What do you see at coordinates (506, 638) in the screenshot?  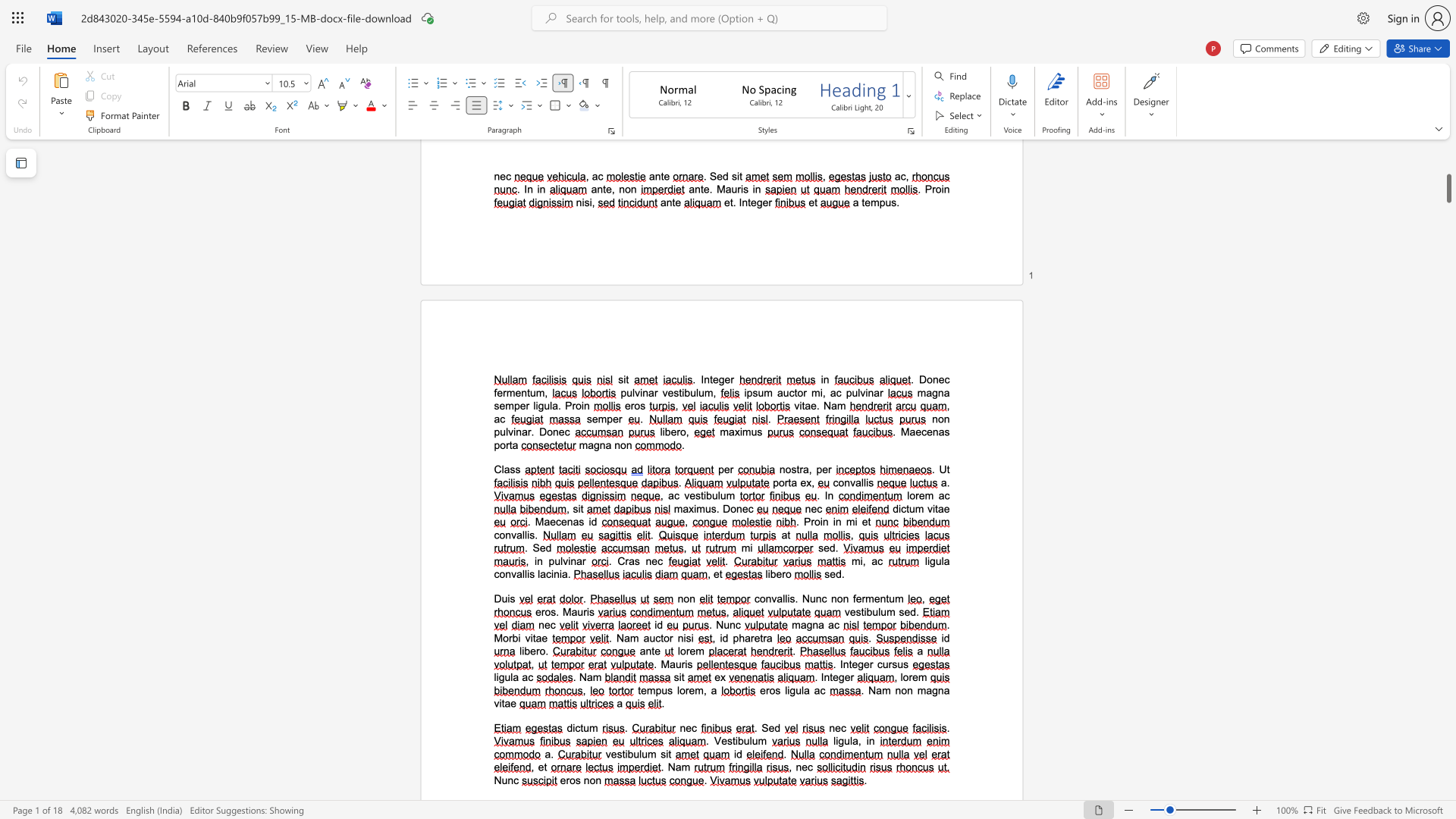 I see `the 1th character "o" in the text` at bounding box center [506, 638].